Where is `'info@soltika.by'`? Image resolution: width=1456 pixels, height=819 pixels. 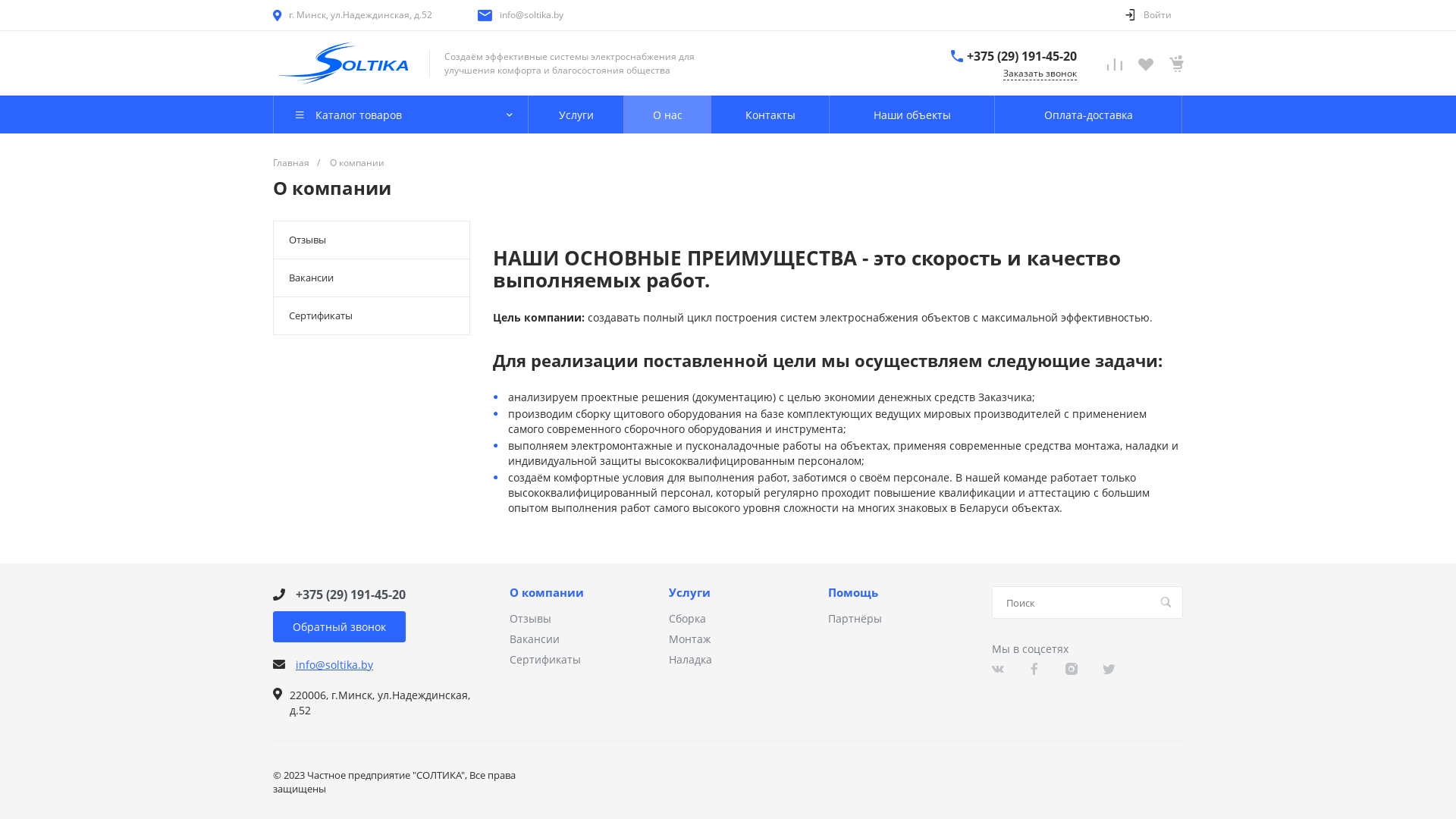
'info@soltika.by' is located at coordinates (295, 664).